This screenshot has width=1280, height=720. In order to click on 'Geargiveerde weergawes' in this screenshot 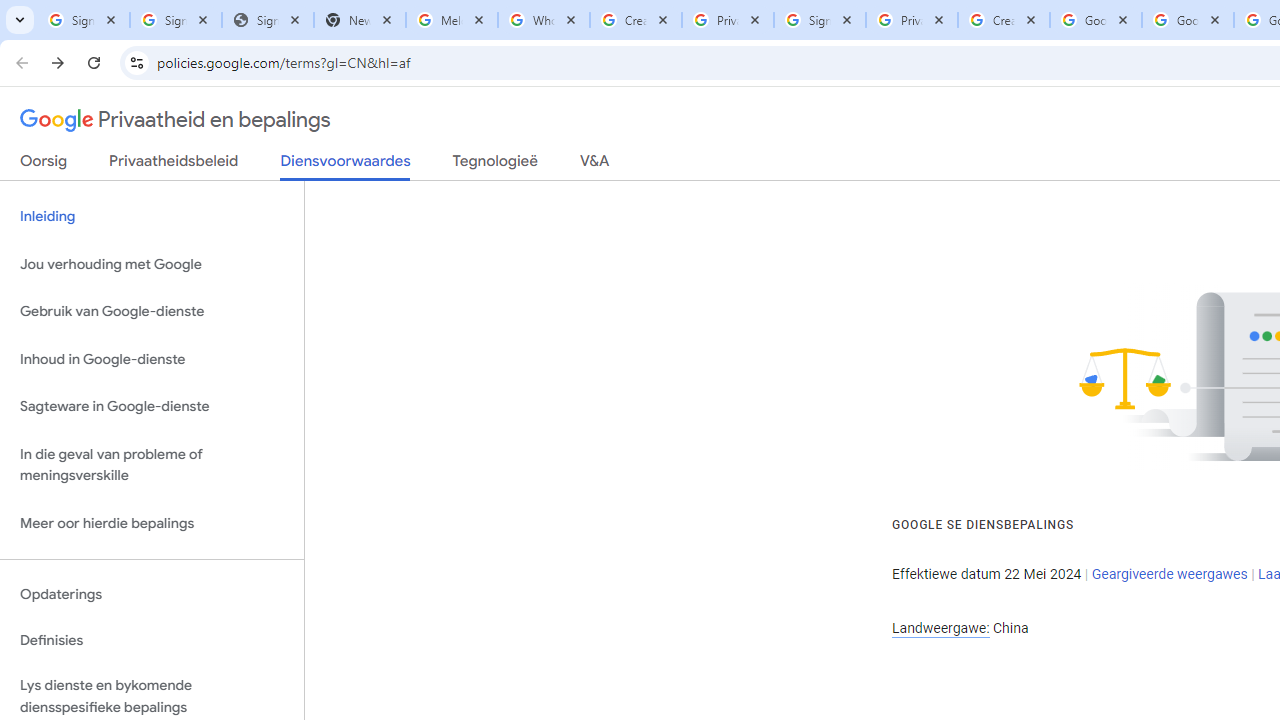, I will do `click(1169, 574)`.